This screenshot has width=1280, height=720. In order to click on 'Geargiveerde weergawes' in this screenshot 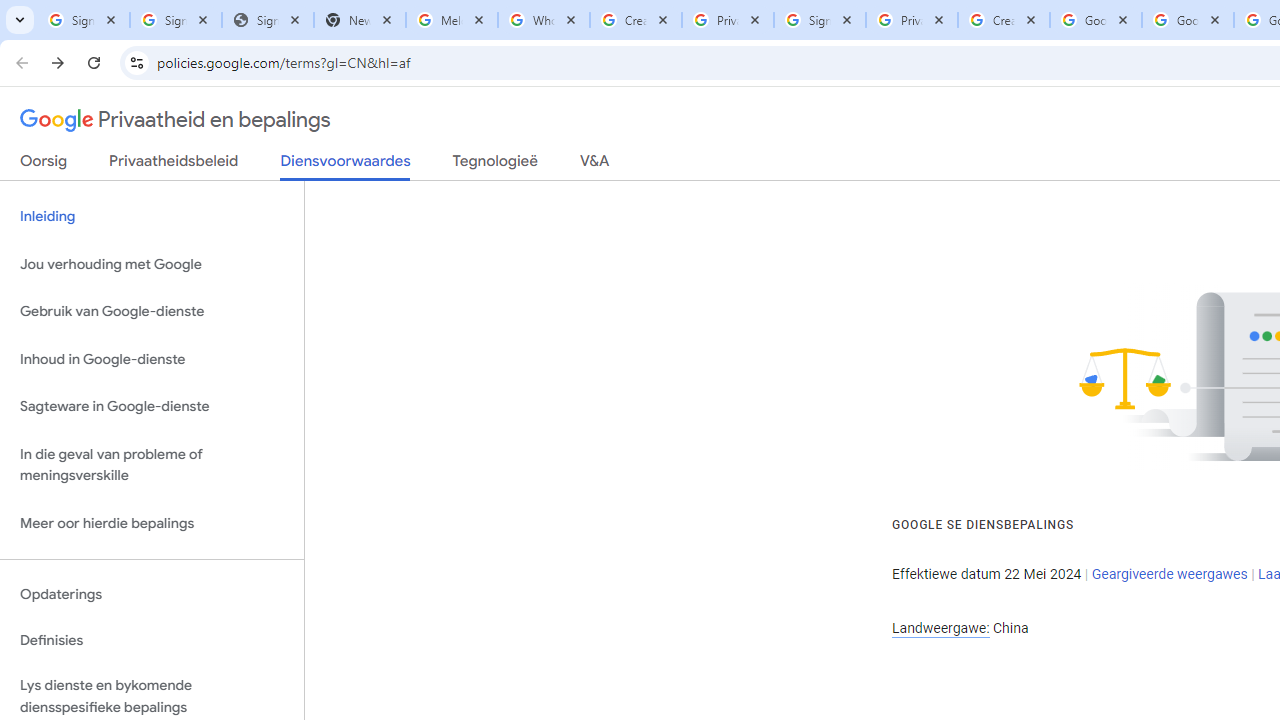, I will do `click(1169, 574)`.